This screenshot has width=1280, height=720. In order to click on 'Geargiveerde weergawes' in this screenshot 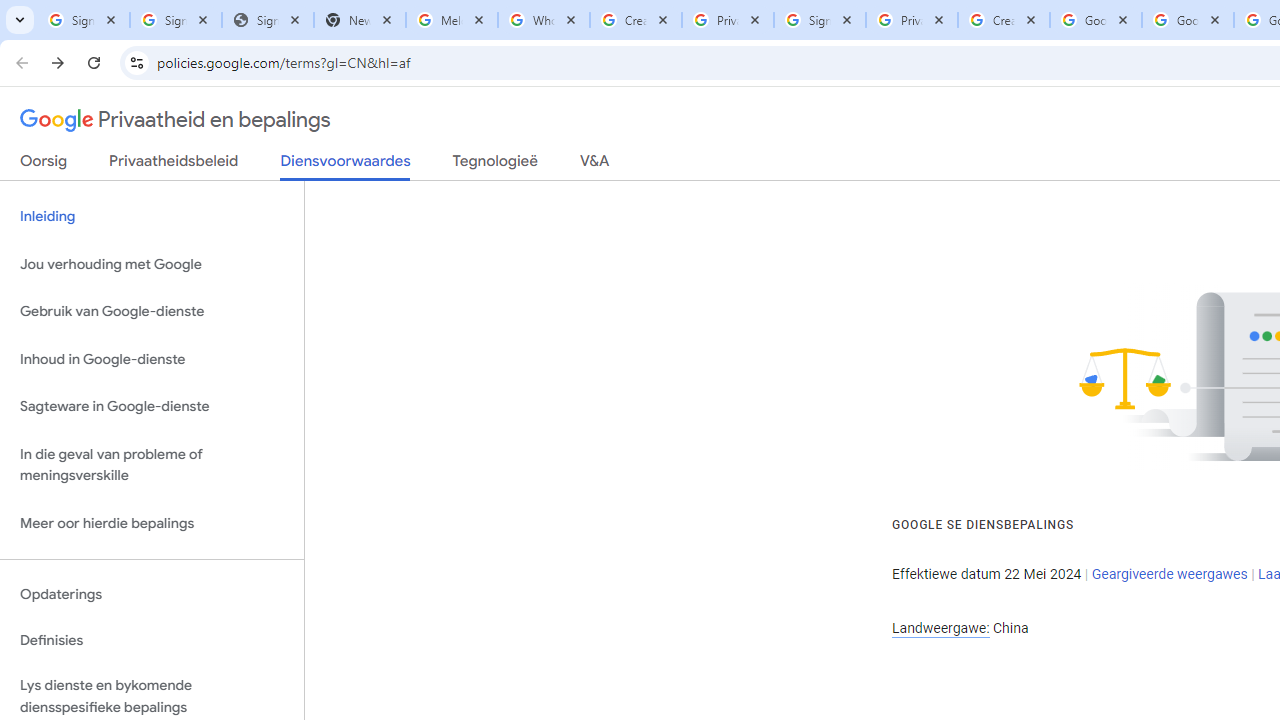, I will do `click(1169, 574)`.